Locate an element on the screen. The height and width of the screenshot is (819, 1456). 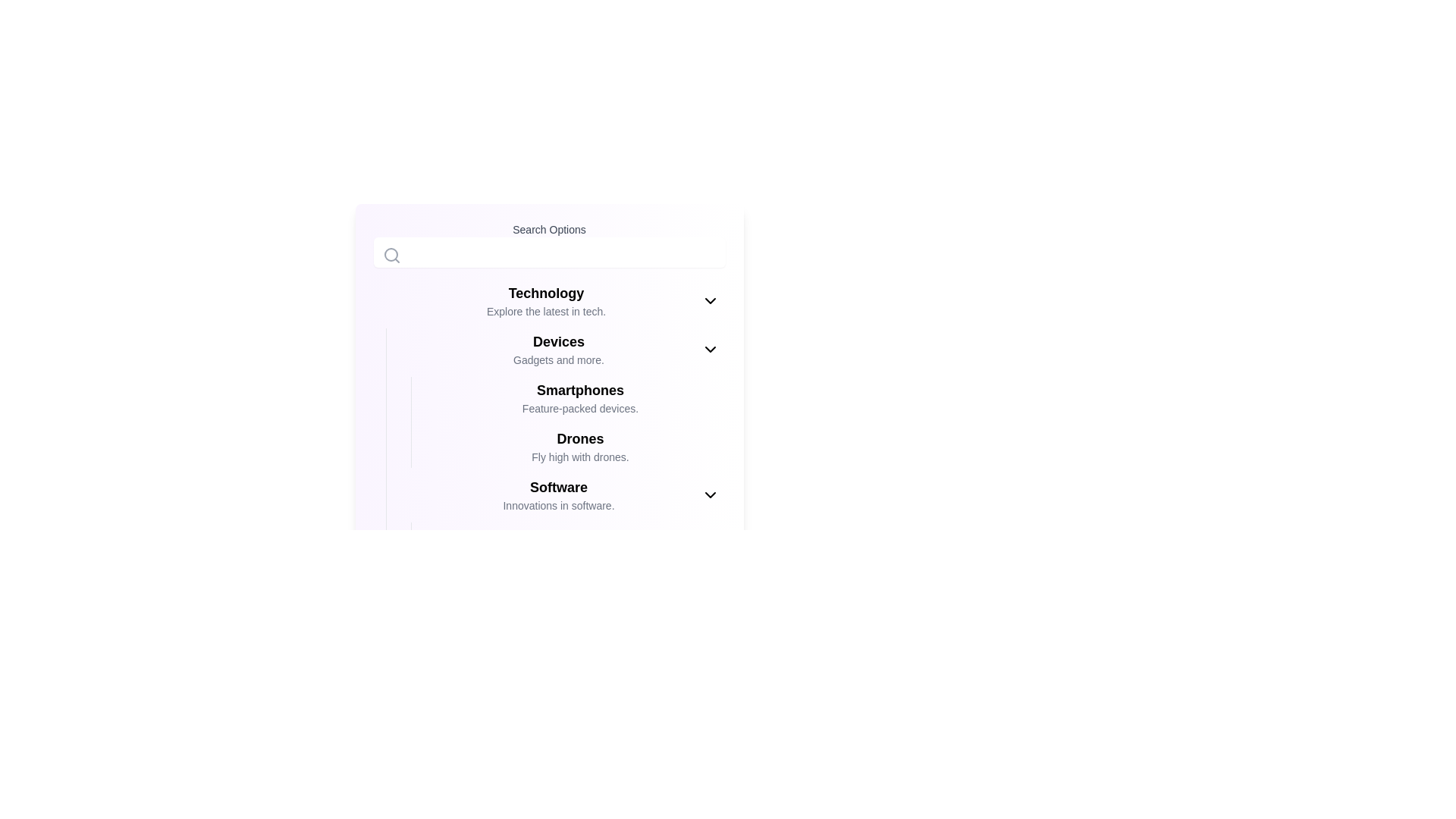
the Text label that provides a brief description for the 'Technology' section, located beneath the heading 'Technology' is located at coordinates (546, 311).